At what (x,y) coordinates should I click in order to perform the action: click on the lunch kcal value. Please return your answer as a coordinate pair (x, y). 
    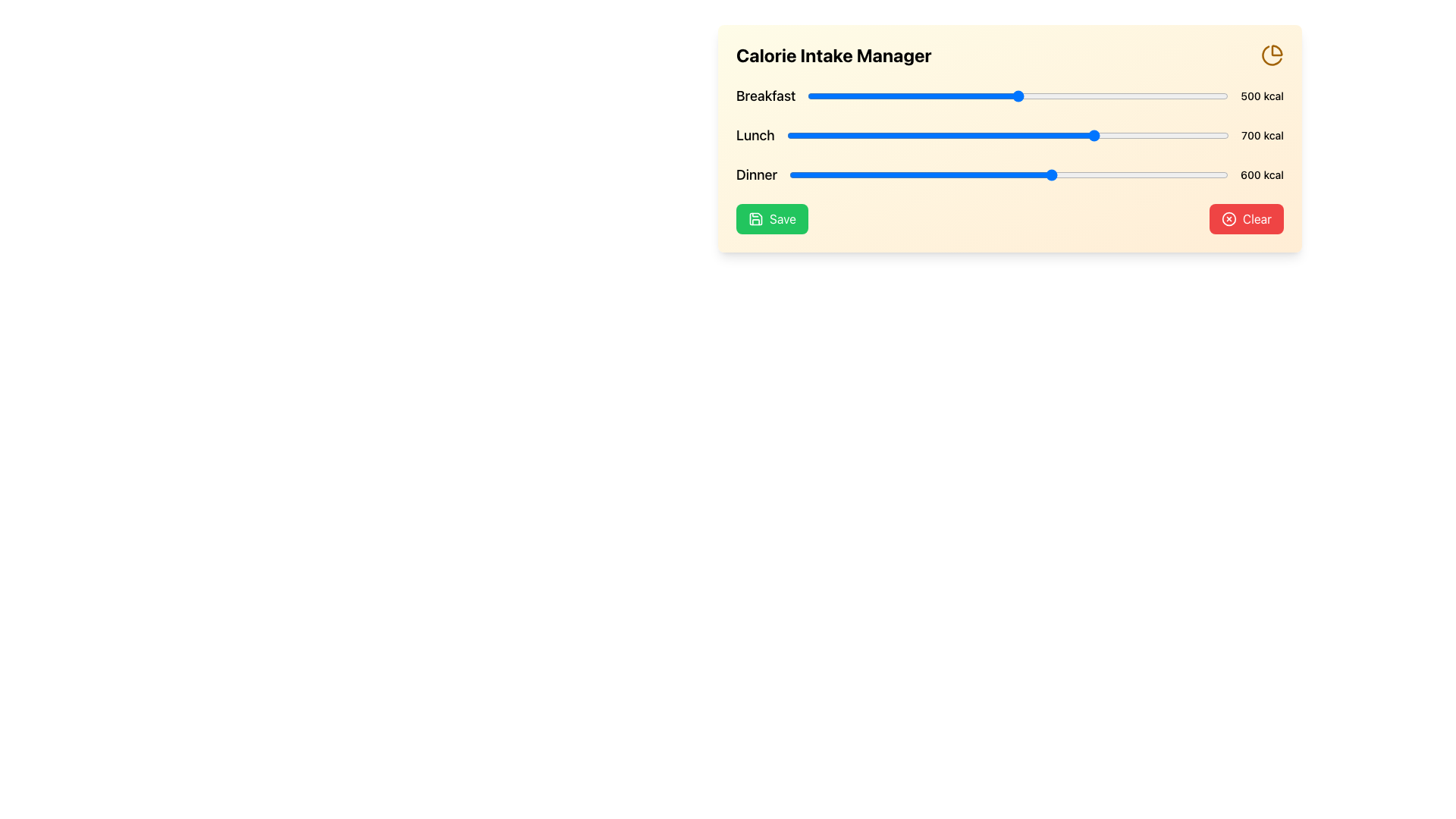
    Looking at the image, I should click on (1158, 134).